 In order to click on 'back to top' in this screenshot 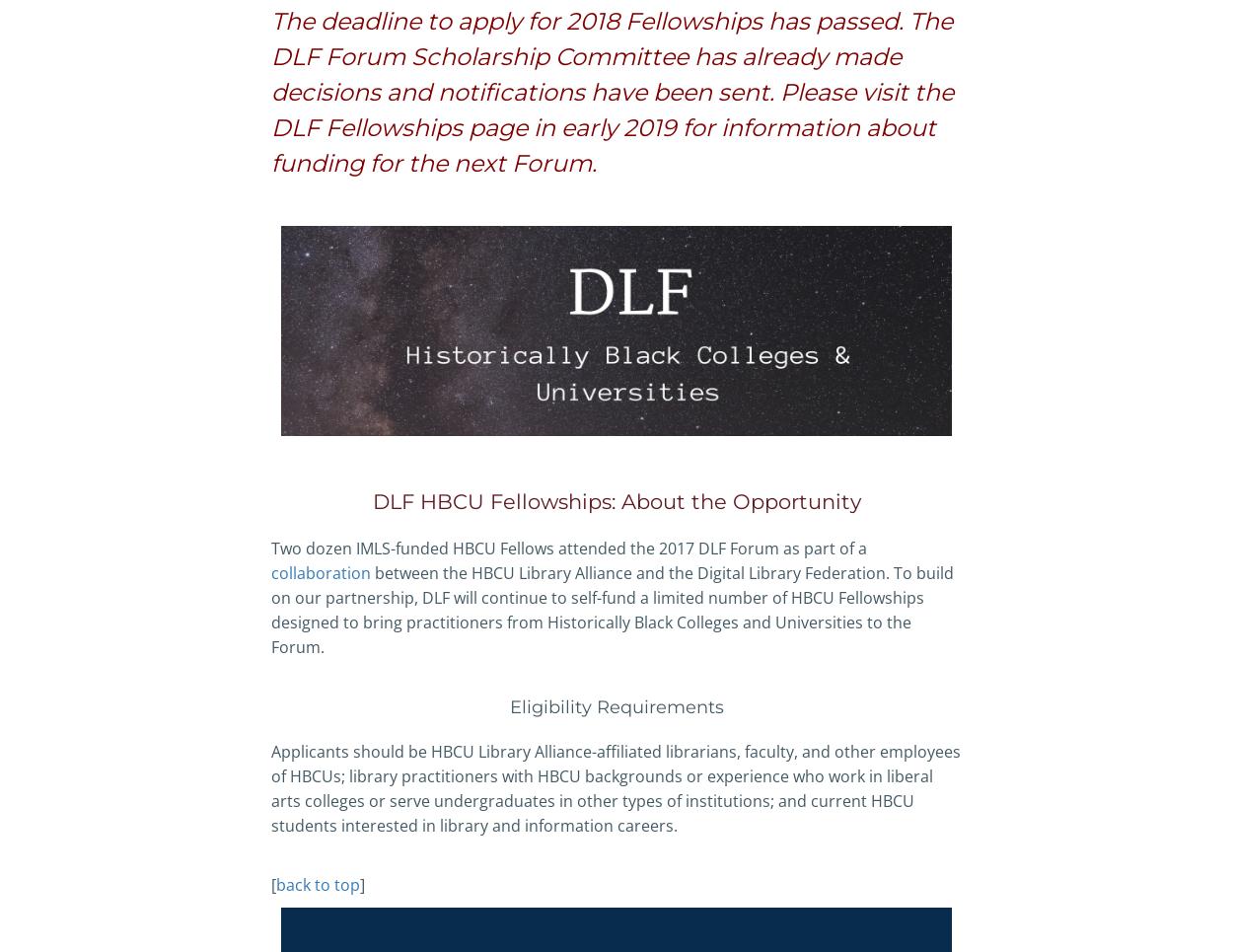, I will do `click(317, 883)`.